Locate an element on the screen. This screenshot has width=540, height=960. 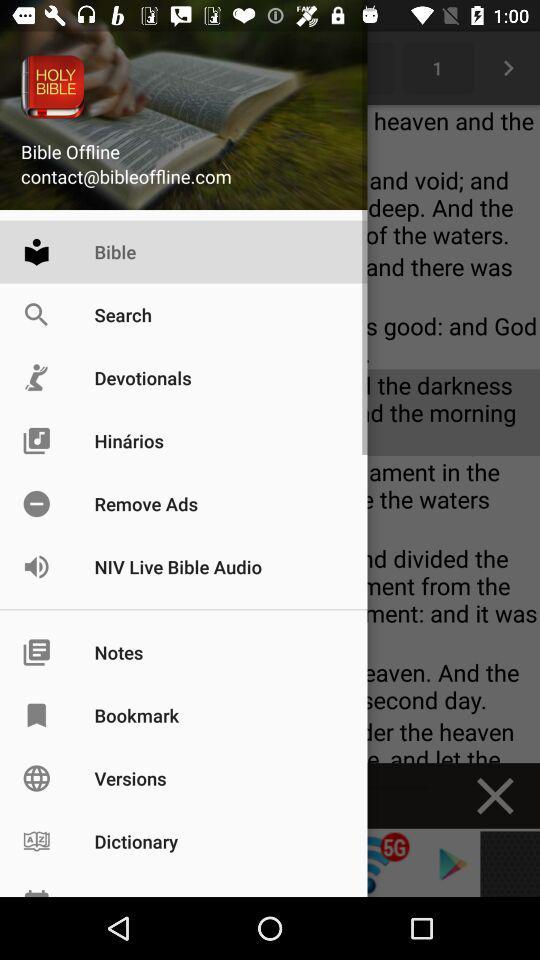
the close icon is located at coordinates (494, 795).